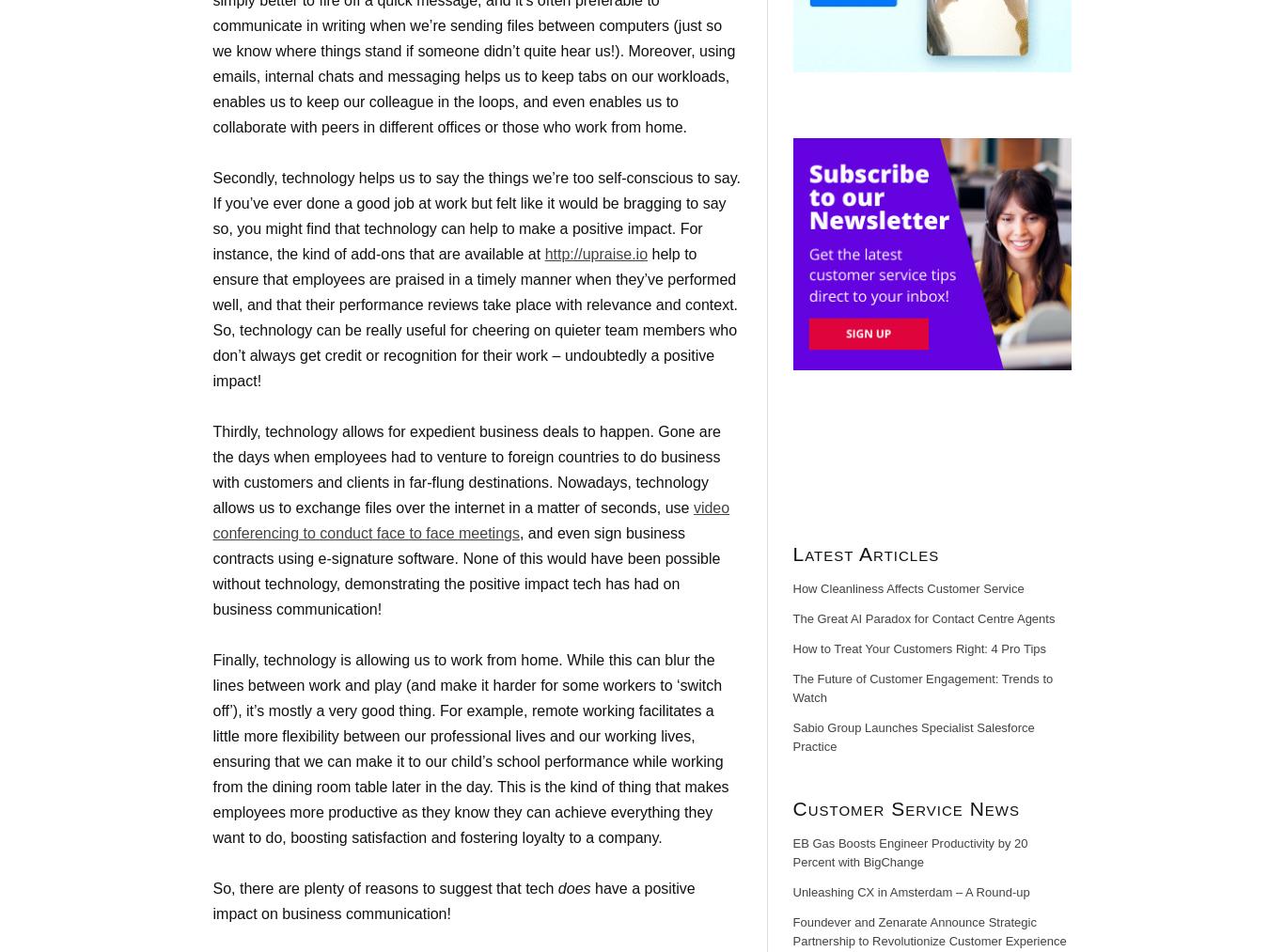 The width and height of the screenshot is (1284, 952). What do you see at coordinates (384, 888) in the screenshot?
I see `'So, there are plenty of reasons to suggest that tech'` at bounding box center [384, 888].